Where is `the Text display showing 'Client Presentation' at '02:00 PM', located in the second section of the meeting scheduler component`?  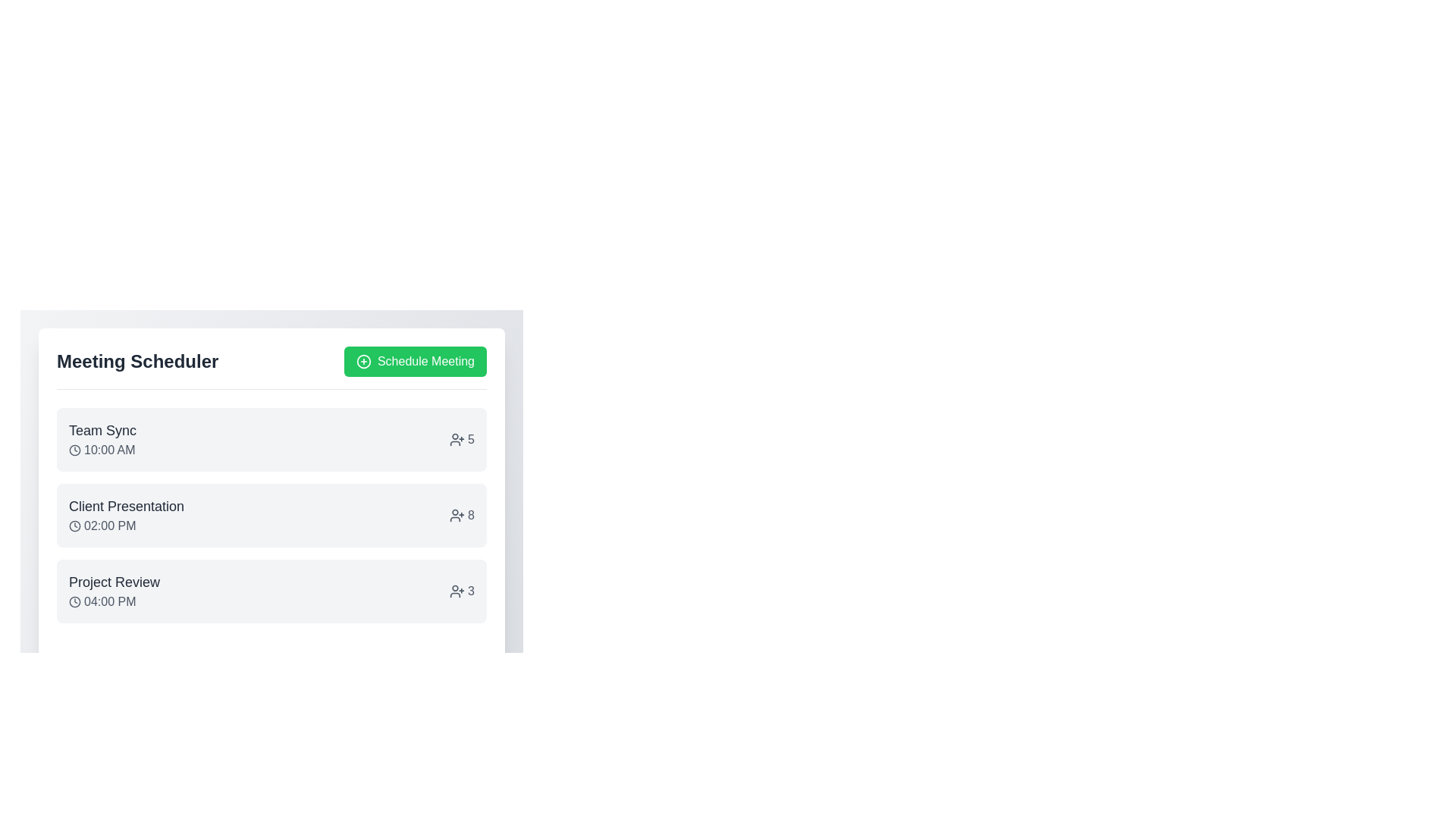 the Text display showing 'Client Presentation' at '02:00 PM', located in the second section of the meeting scheduler component is located at coordinates (127, 514).